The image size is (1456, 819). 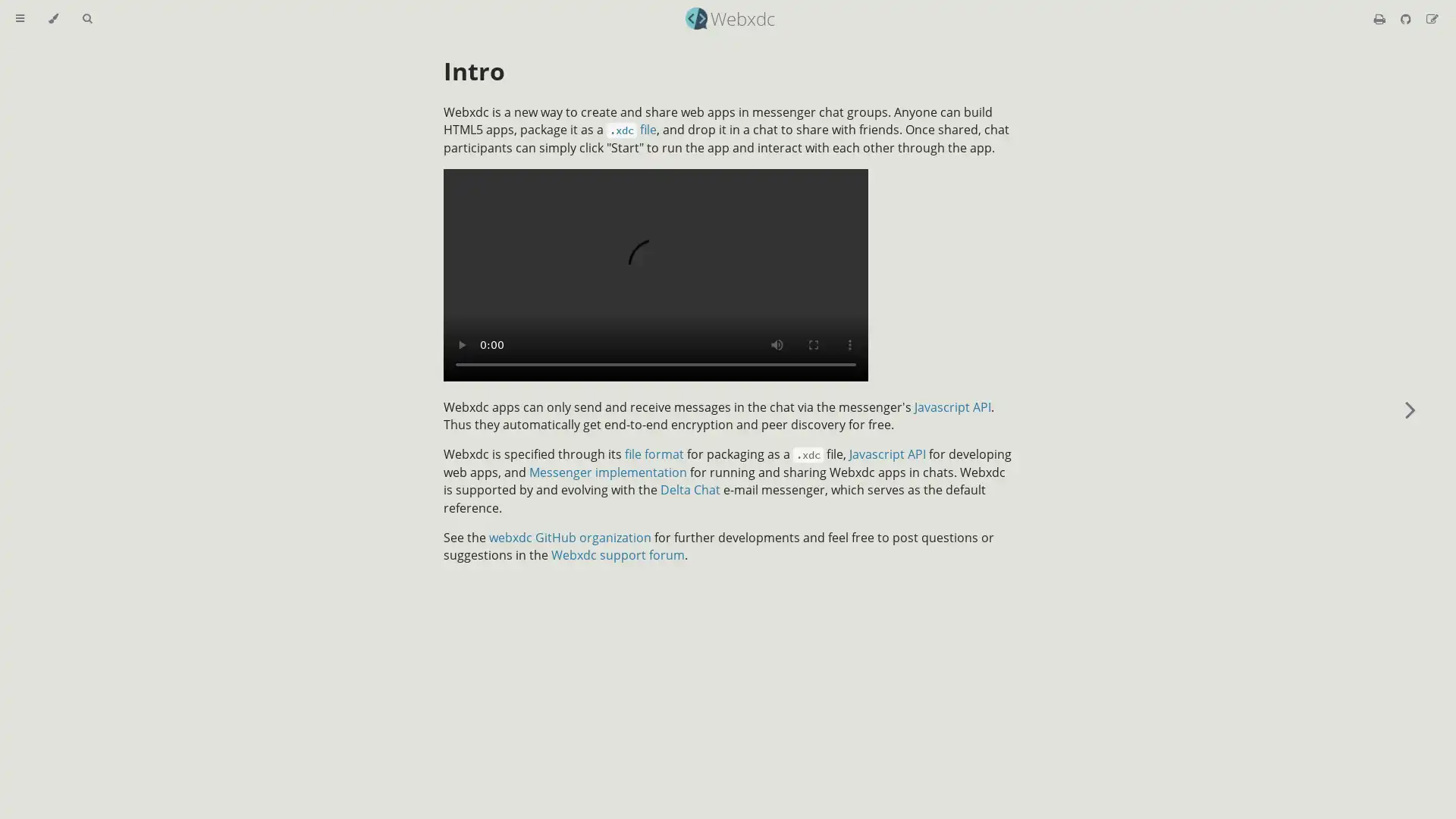 I want to click on mute, so click(x=777, y=345).